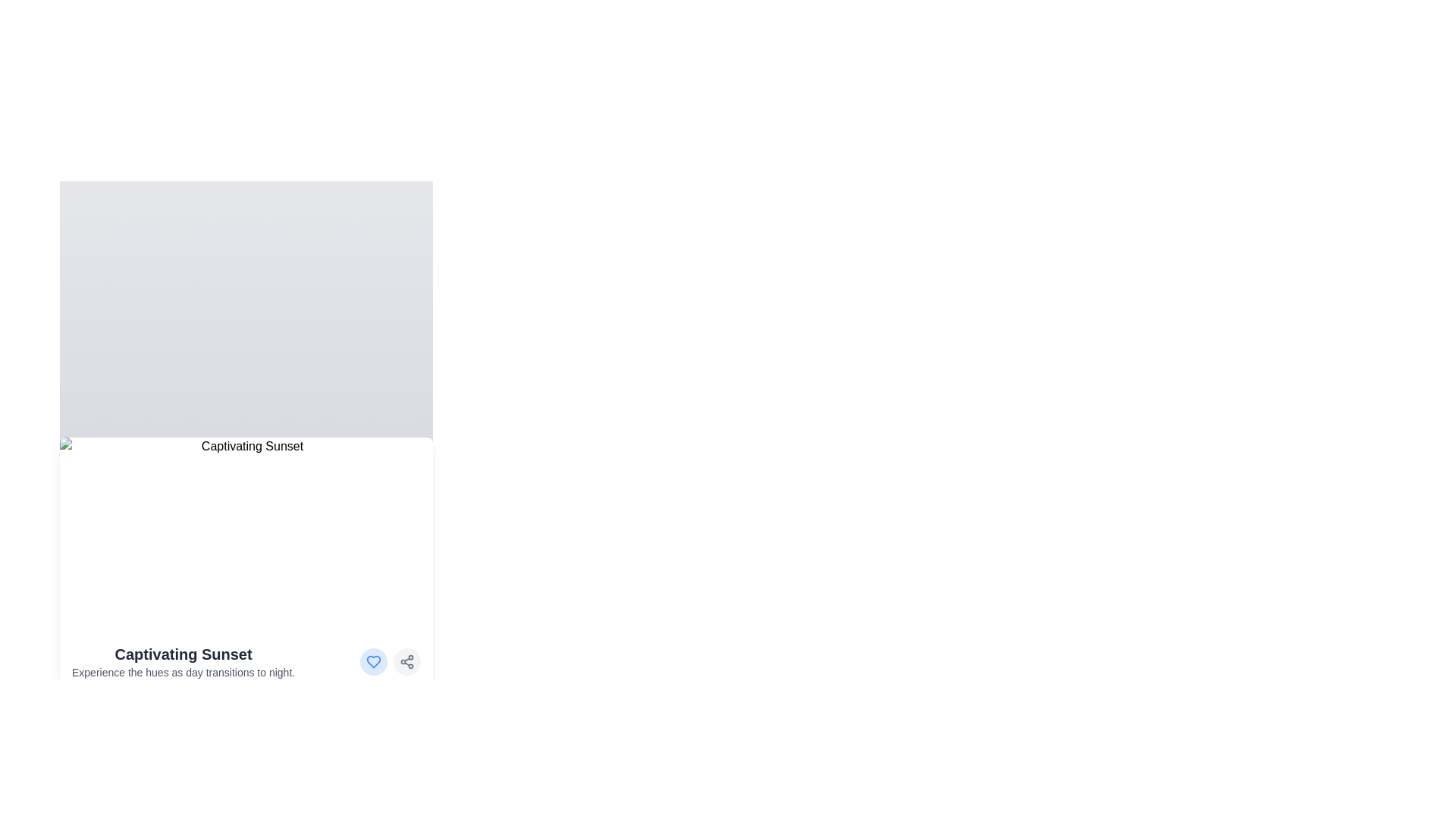  Describe the element at coordinates (183, 672) in the screenshot. I see `text element styled with a smaller font size and gray color, which is positioned directly below the bold title 'Captivating Sunset'` at that location.